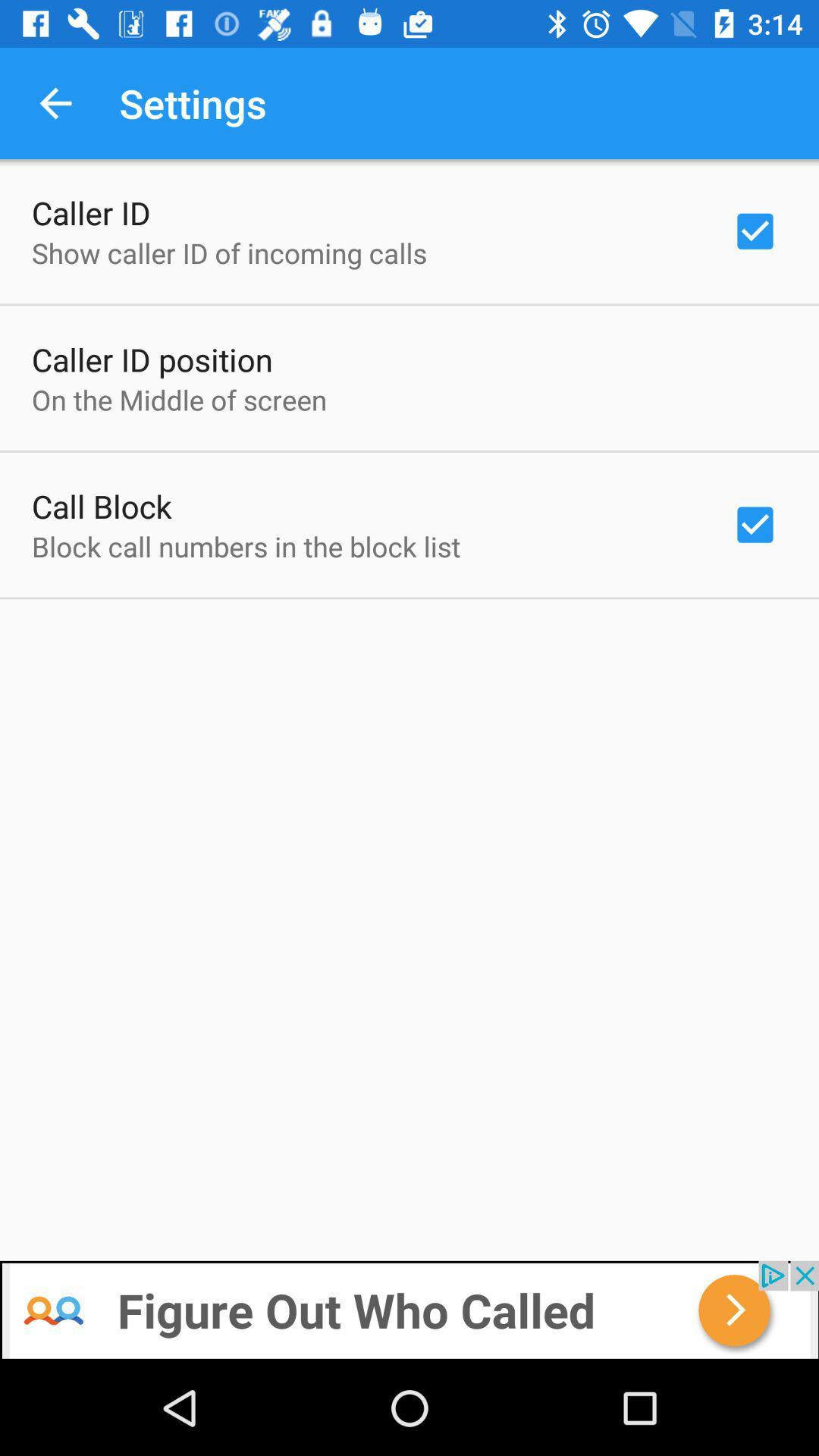  Describe the element at coordinates (409, 1310) in the screenshot. I see `open advertisement` at that location.